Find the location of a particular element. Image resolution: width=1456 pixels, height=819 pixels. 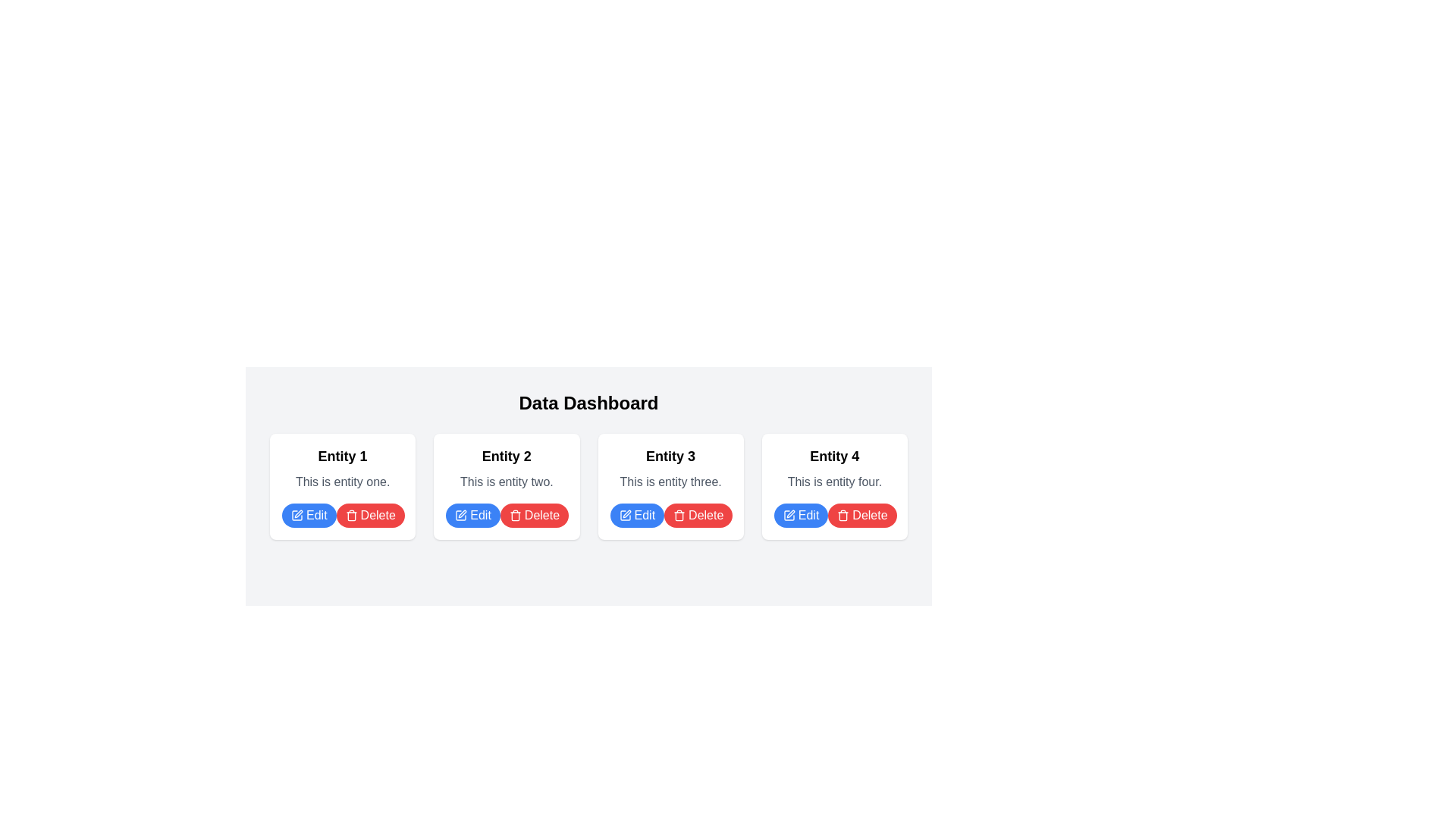

the static text label providing information about 'Entity 3', located directly below its heading in the third card of the collection is located at coordinates (670, 482).